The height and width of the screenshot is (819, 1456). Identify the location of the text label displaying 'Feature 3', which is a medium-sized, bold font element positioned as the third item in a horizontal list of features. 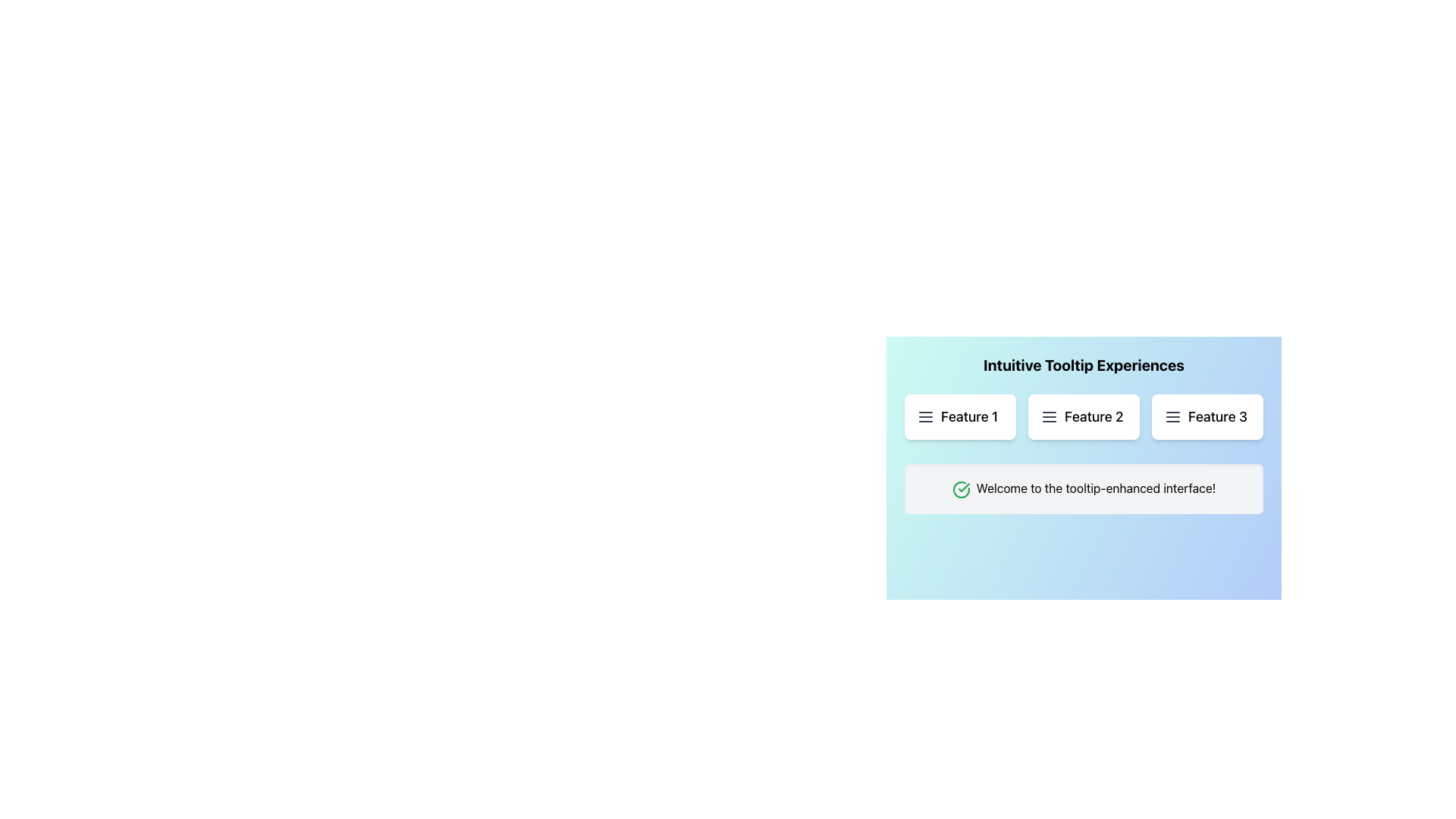
(1218, 417).